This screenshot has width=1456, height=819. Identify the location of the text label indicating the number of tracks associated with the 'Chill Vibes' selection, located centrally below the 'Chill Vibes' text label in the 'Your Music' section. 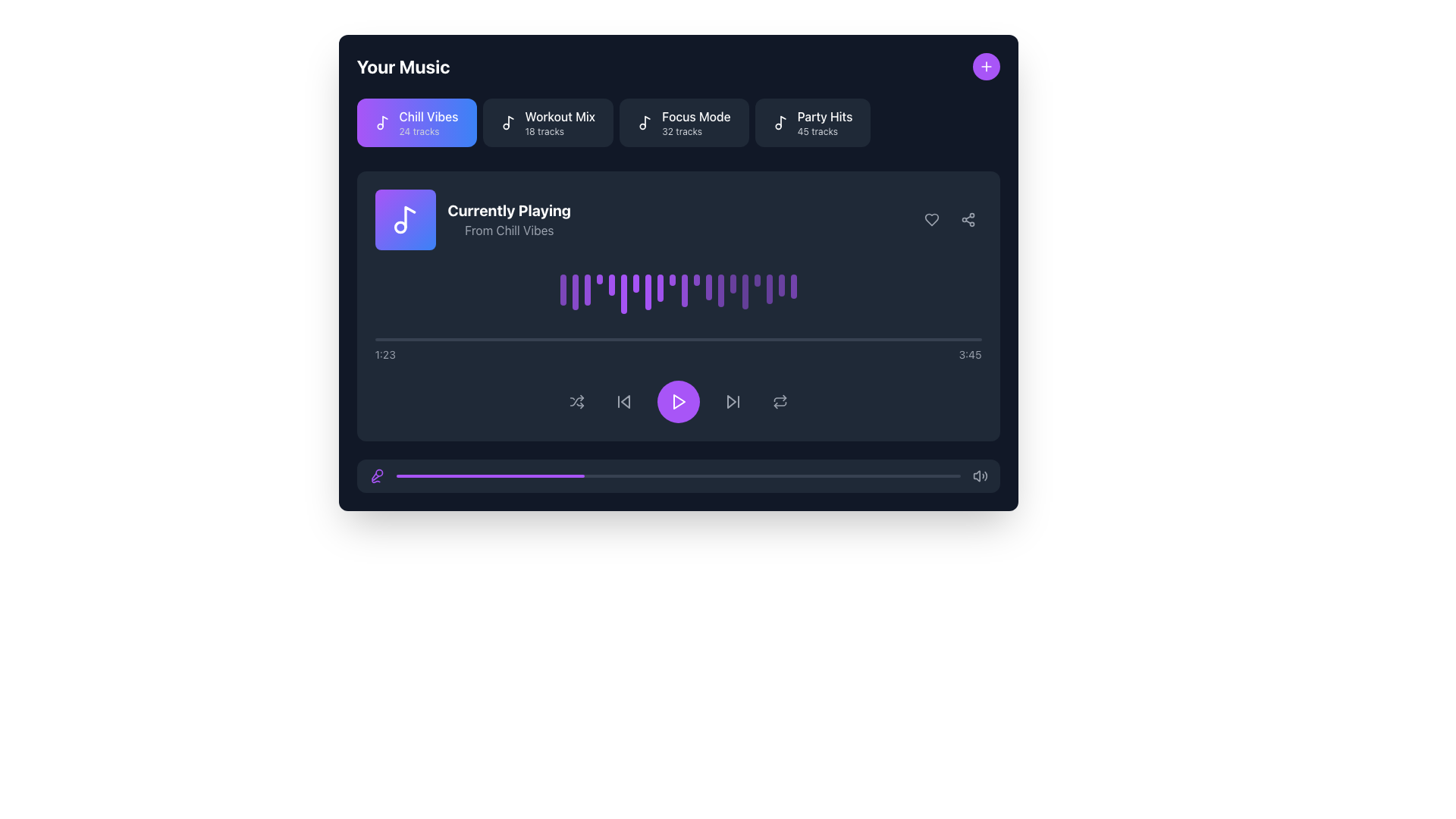
(419, 130).